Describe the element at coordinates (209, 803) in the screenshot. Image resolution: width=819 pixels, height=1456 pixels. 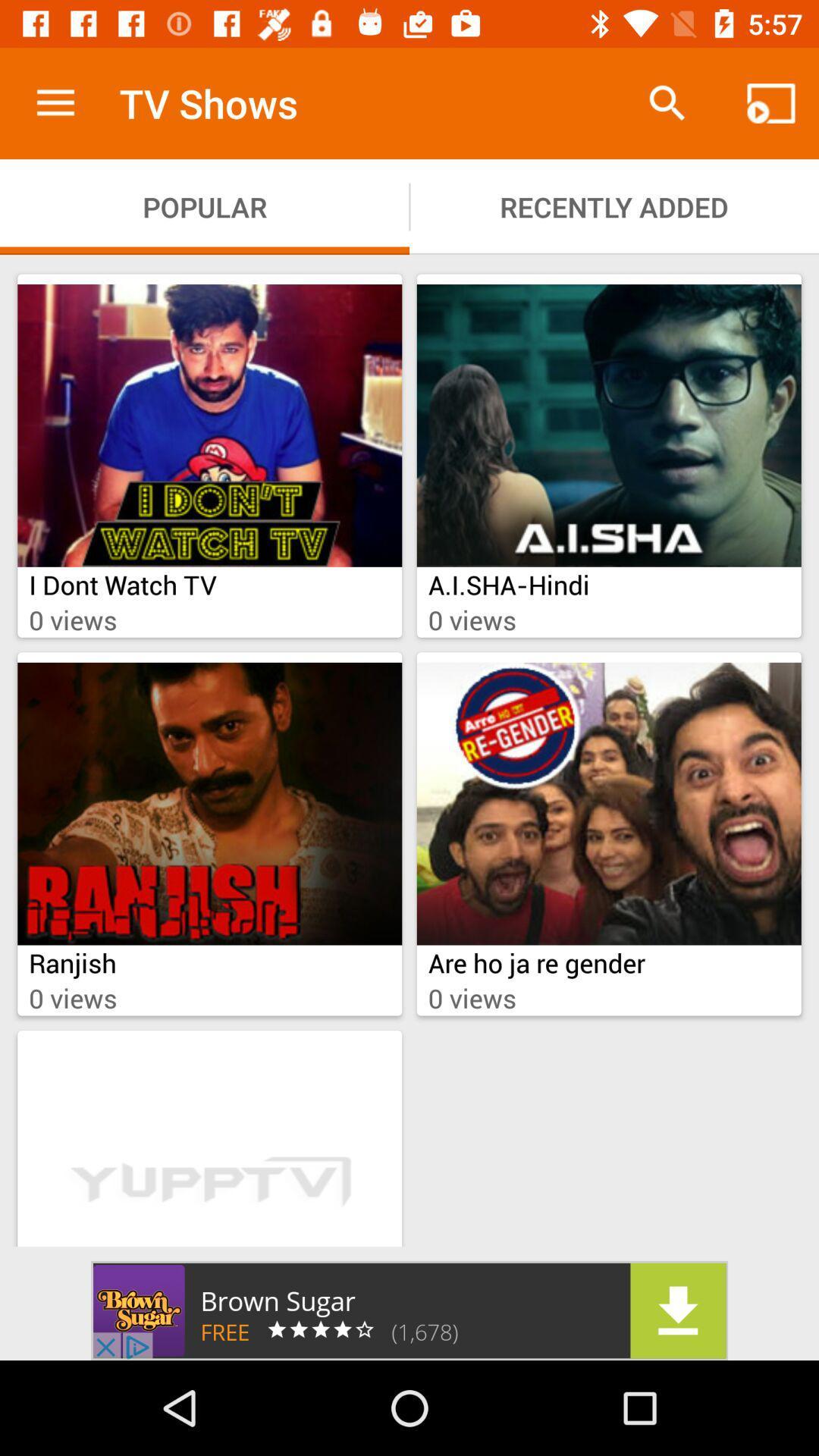
I see `image which is above ranjish on a page` at that location.